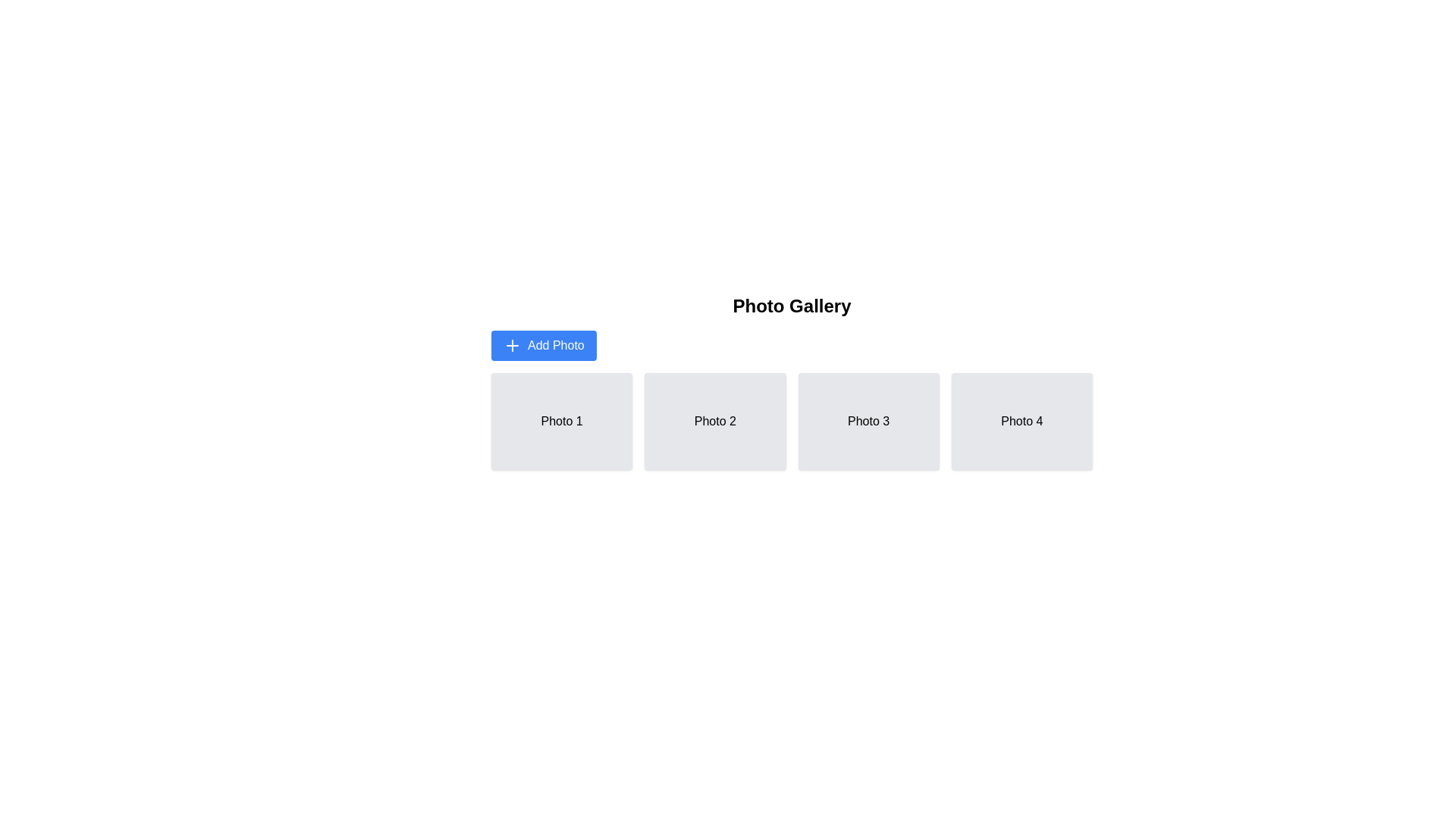  Describe the element at coordinates (791, 421) in the screenshot. I see `the labels 'Photo 1', 'Photo 2', 'Photo 3', and 'Photo 4' in the horizontally-aligned grid layout for interactions` at that location.